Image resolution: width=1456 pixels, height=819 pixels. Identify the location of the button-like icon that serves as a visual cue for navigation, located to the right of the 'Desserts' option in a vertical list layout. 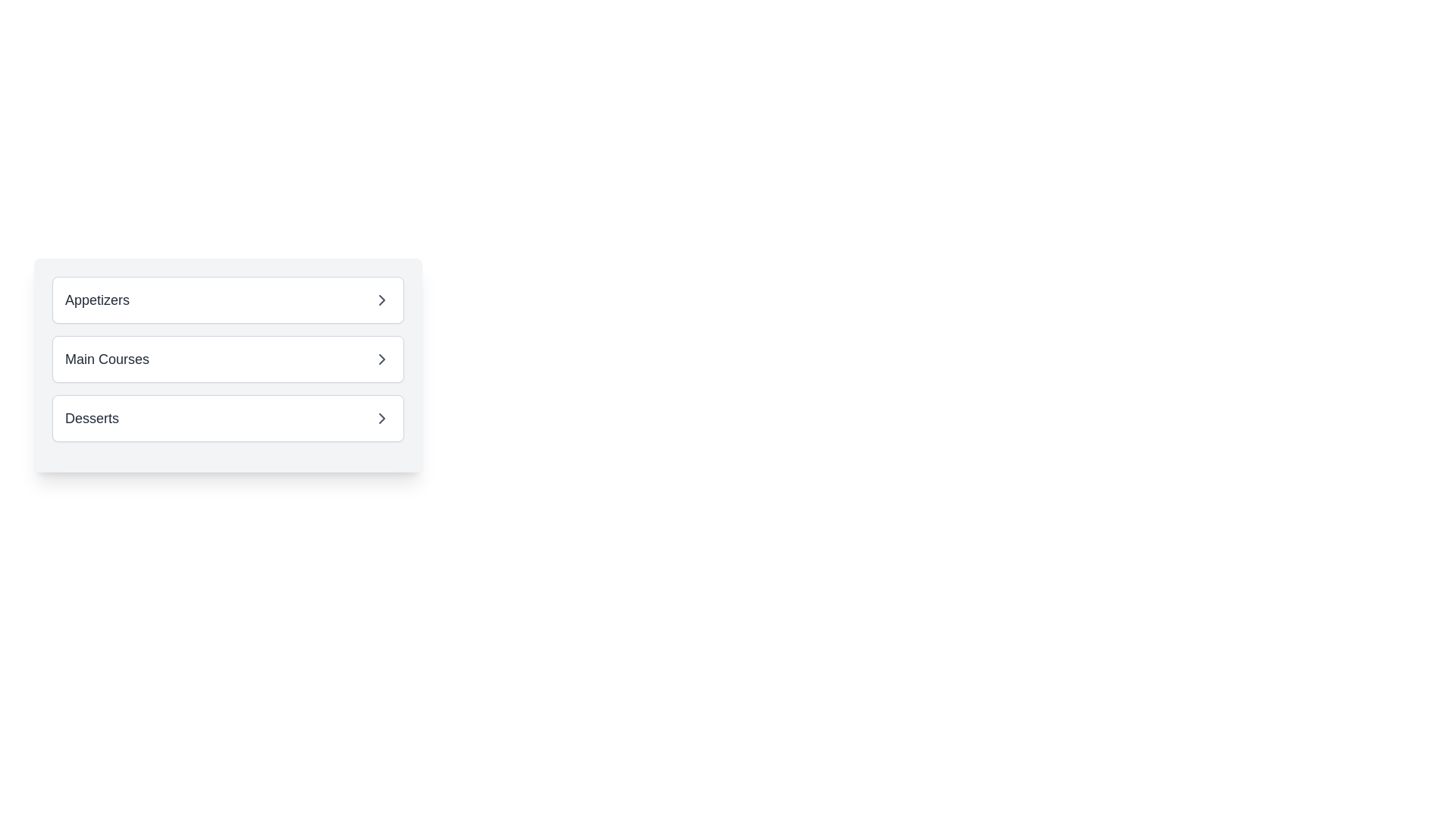
(382, 418).